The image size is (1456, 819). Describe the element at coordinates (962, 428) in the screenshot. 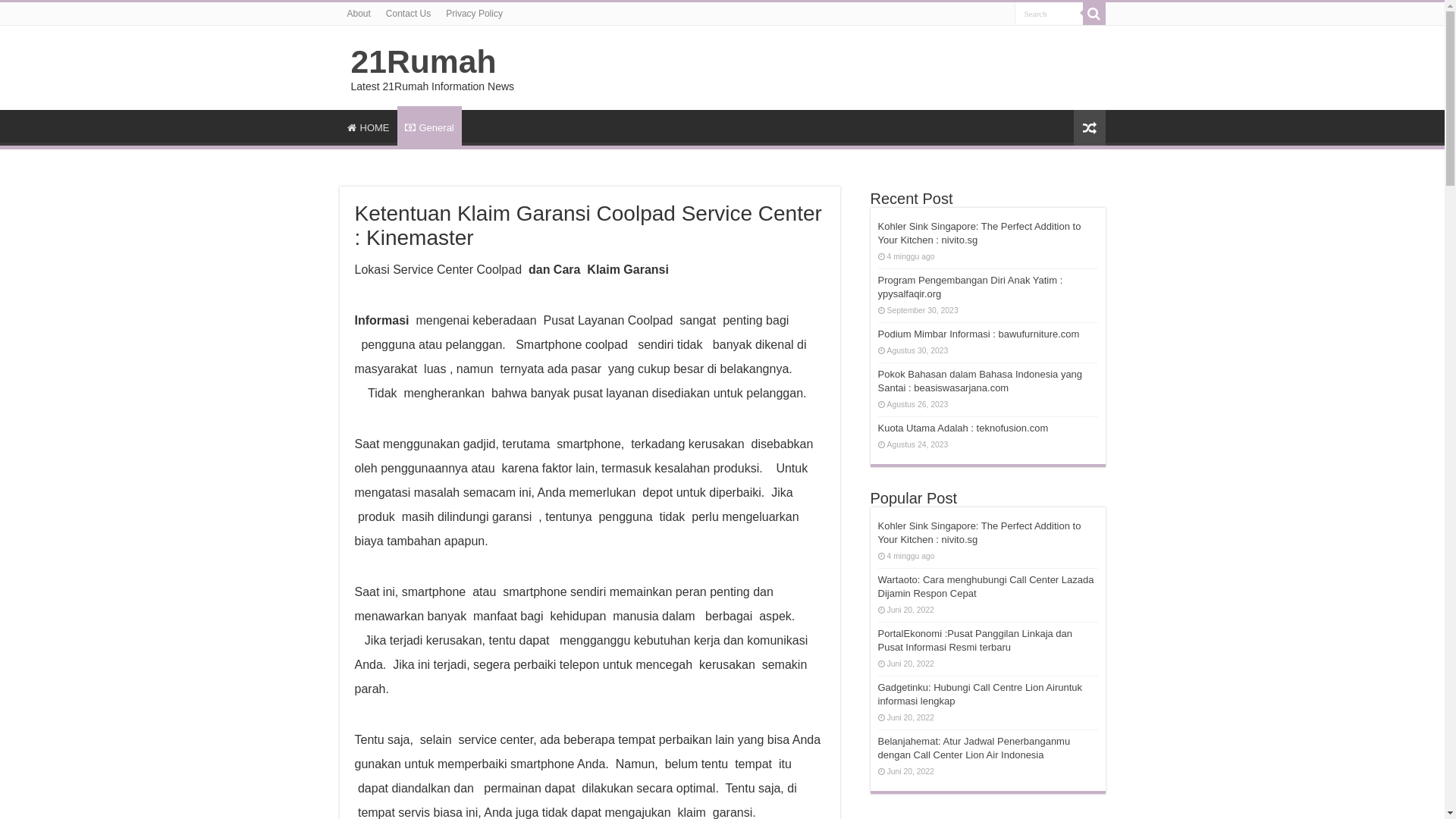

I see `'Kuota Utama Adalah : teknofusion.com'` at that location.